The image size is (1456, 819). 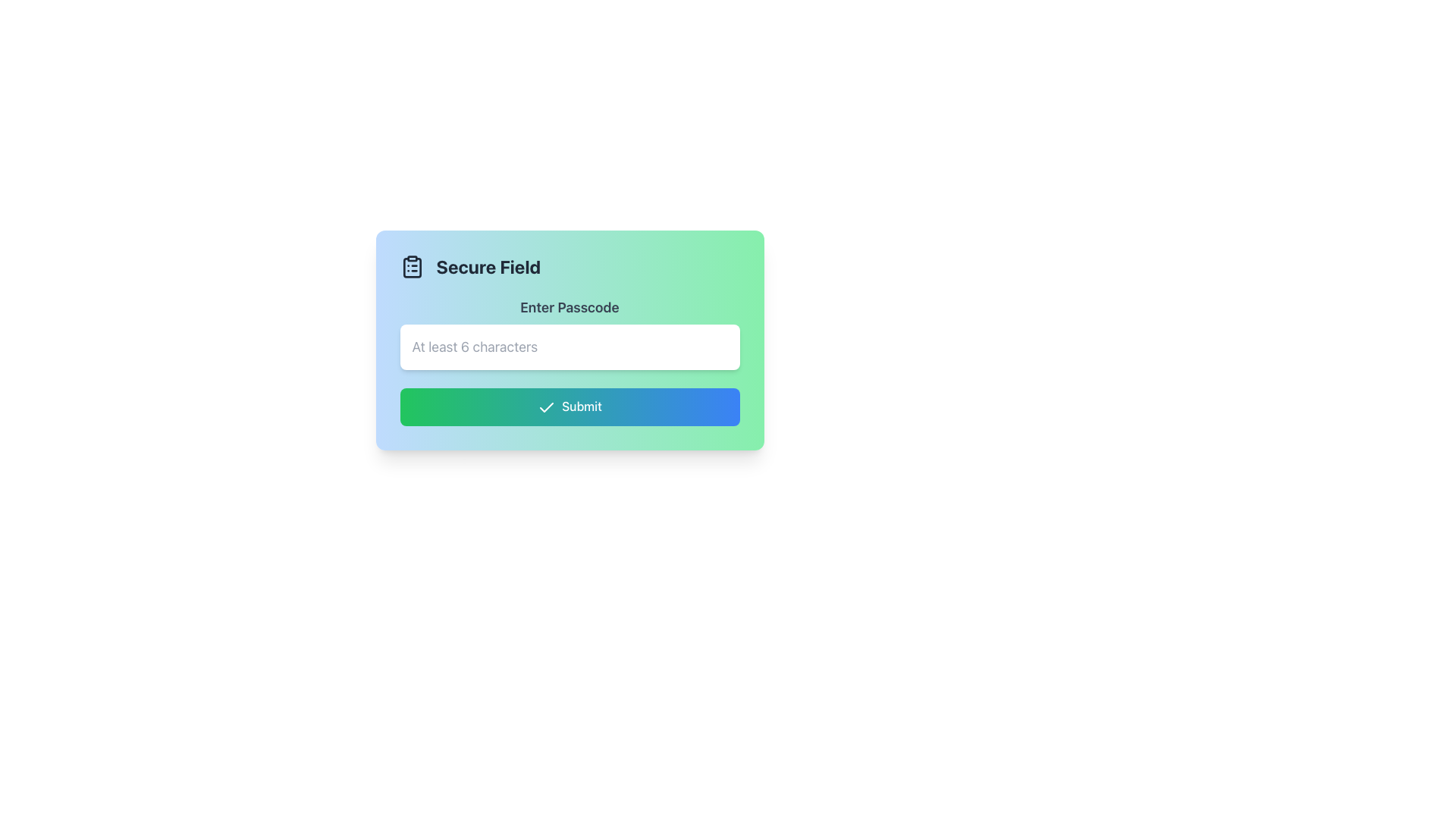 I want to click on the checkmark icon with a thin white stroke located near the left edge of the 'Submit' button, which is below a text input field, so click(x=546, y=406).